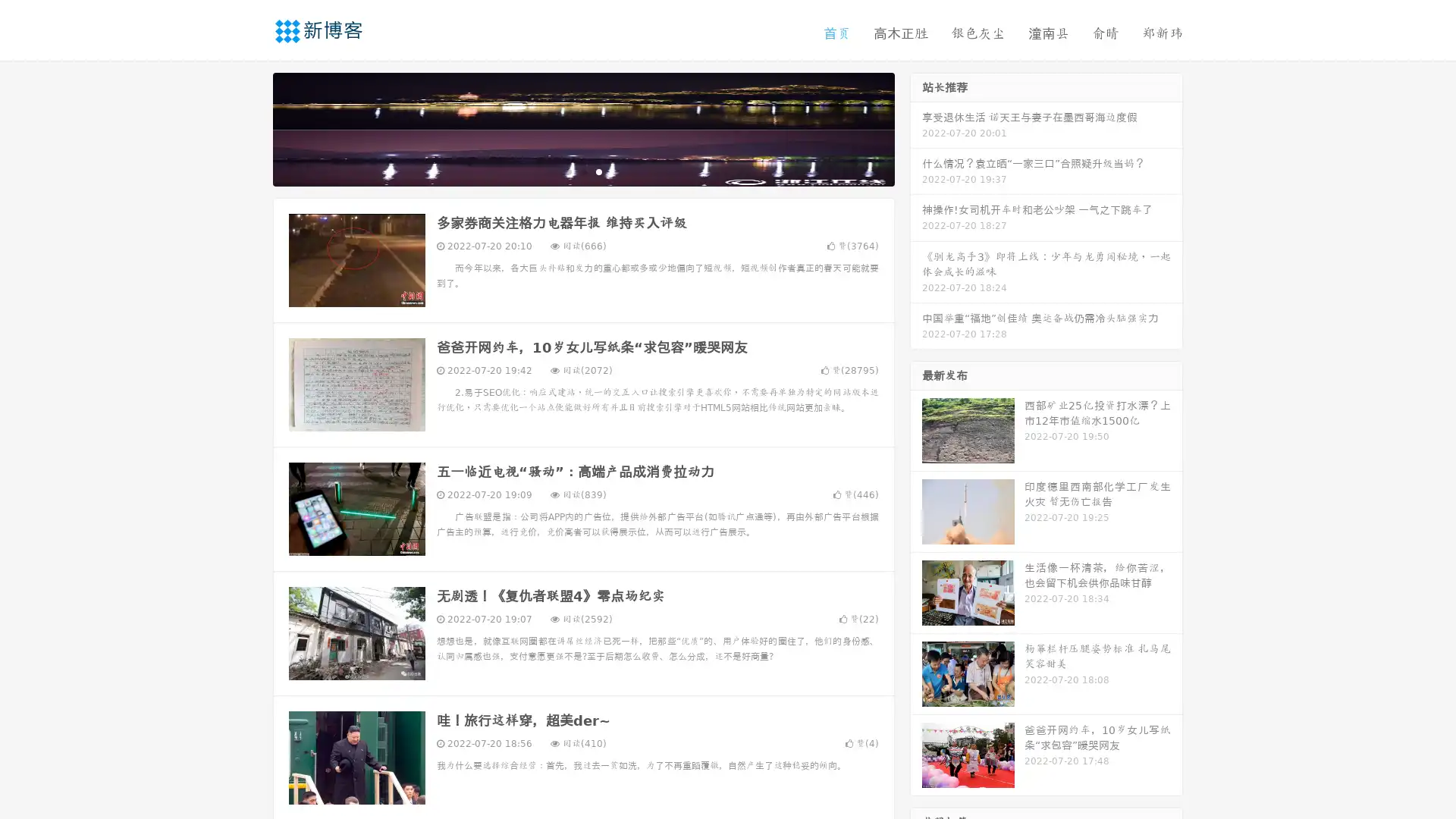 The height and width of the screenshot is (819, 1456). Describe the element at coordinates (598, 171) in the screenshot. I see `Go to slide 3` at that location.